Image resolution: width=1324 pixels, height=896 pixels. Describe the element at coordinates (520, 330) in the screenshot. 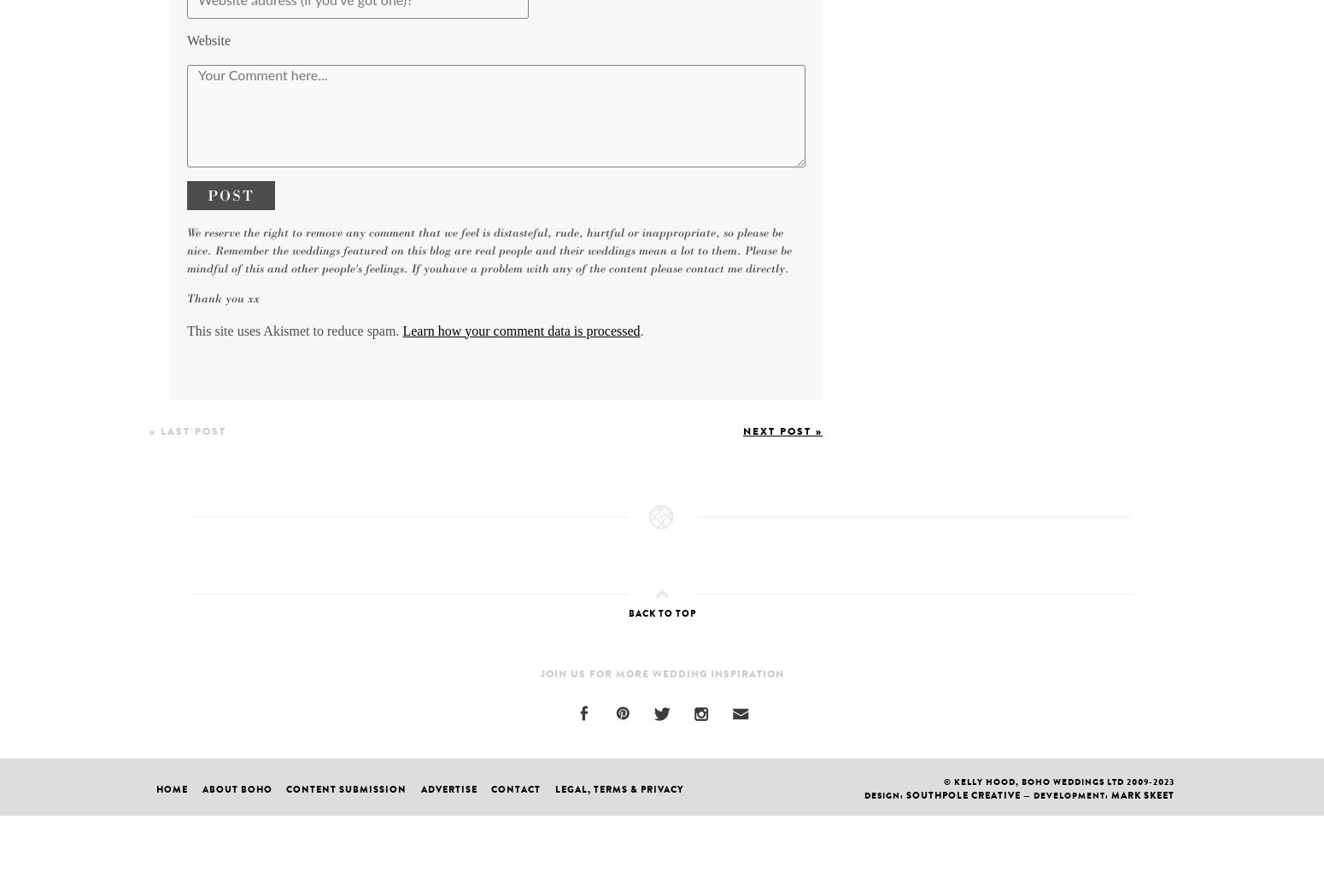

I see `'Learn how your comment data is processed'` at that location.